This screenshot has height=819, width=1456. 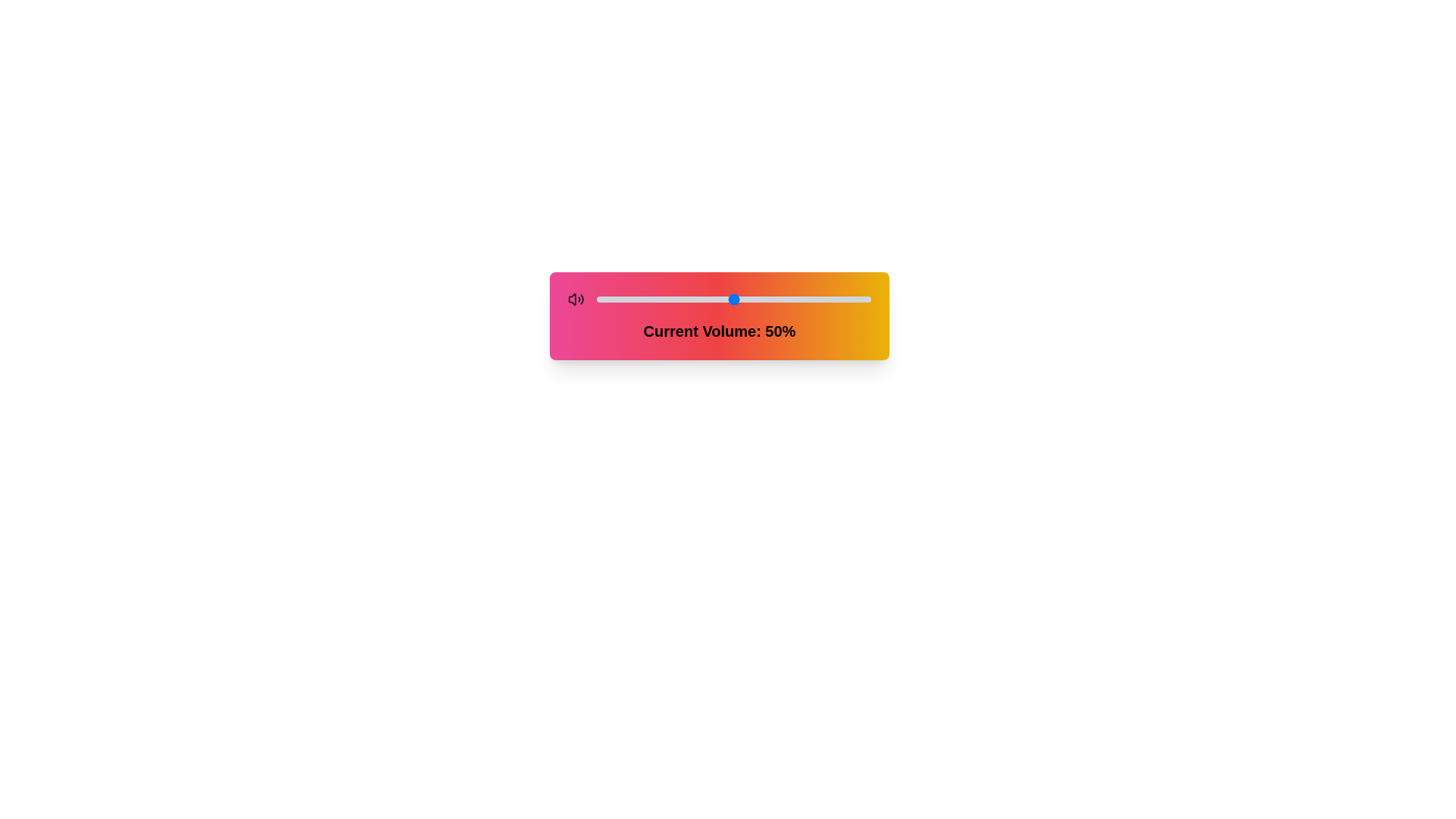 What do you see at coordinates (815, 299) in the screenshot?
I see `the volume slider to set the volume to 80%` at bounding box center [815, 299].